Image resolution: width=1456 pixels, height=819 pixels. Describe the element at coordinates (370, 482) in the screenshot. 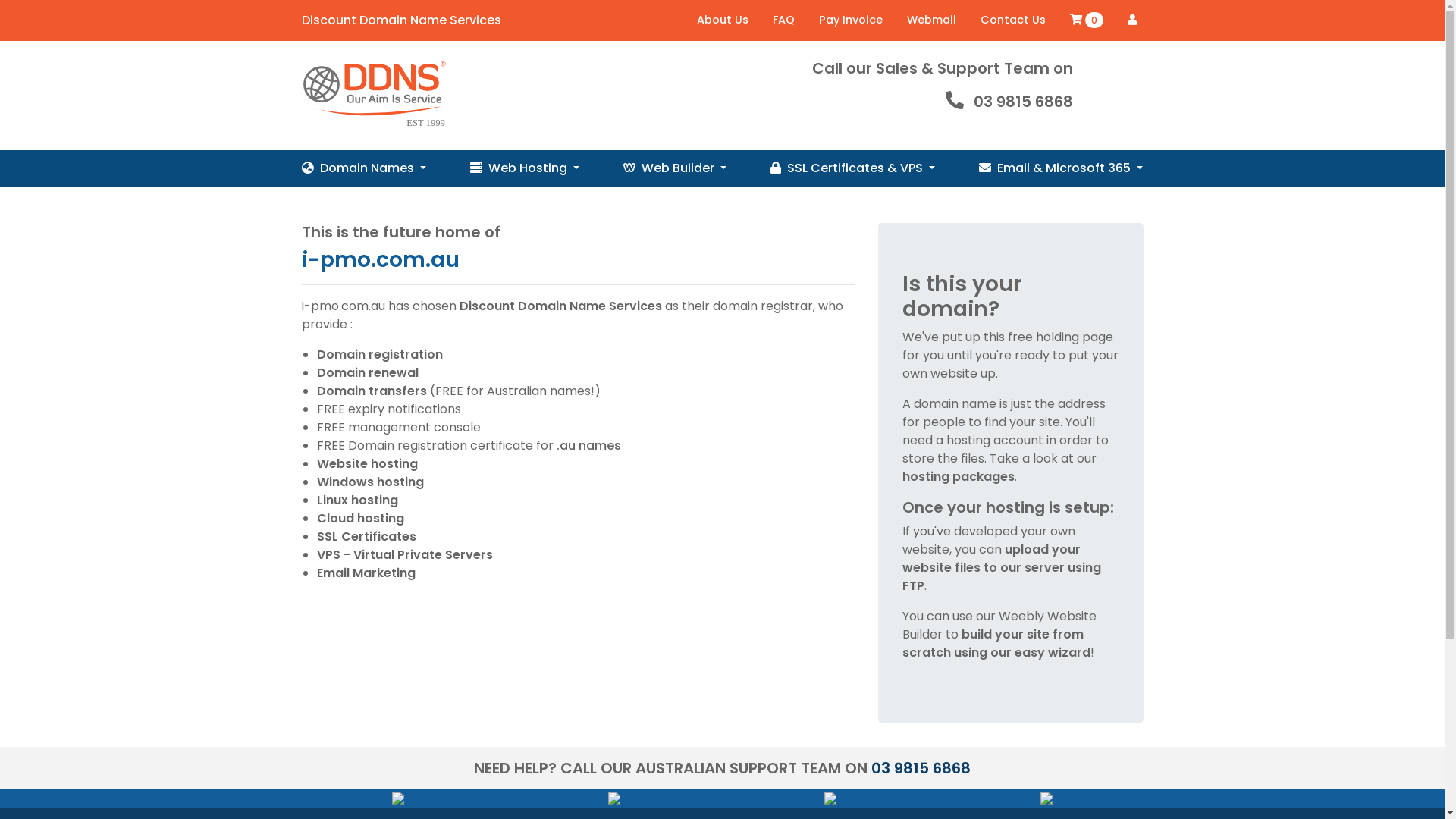

I see `'Windows hosting'` at that location.